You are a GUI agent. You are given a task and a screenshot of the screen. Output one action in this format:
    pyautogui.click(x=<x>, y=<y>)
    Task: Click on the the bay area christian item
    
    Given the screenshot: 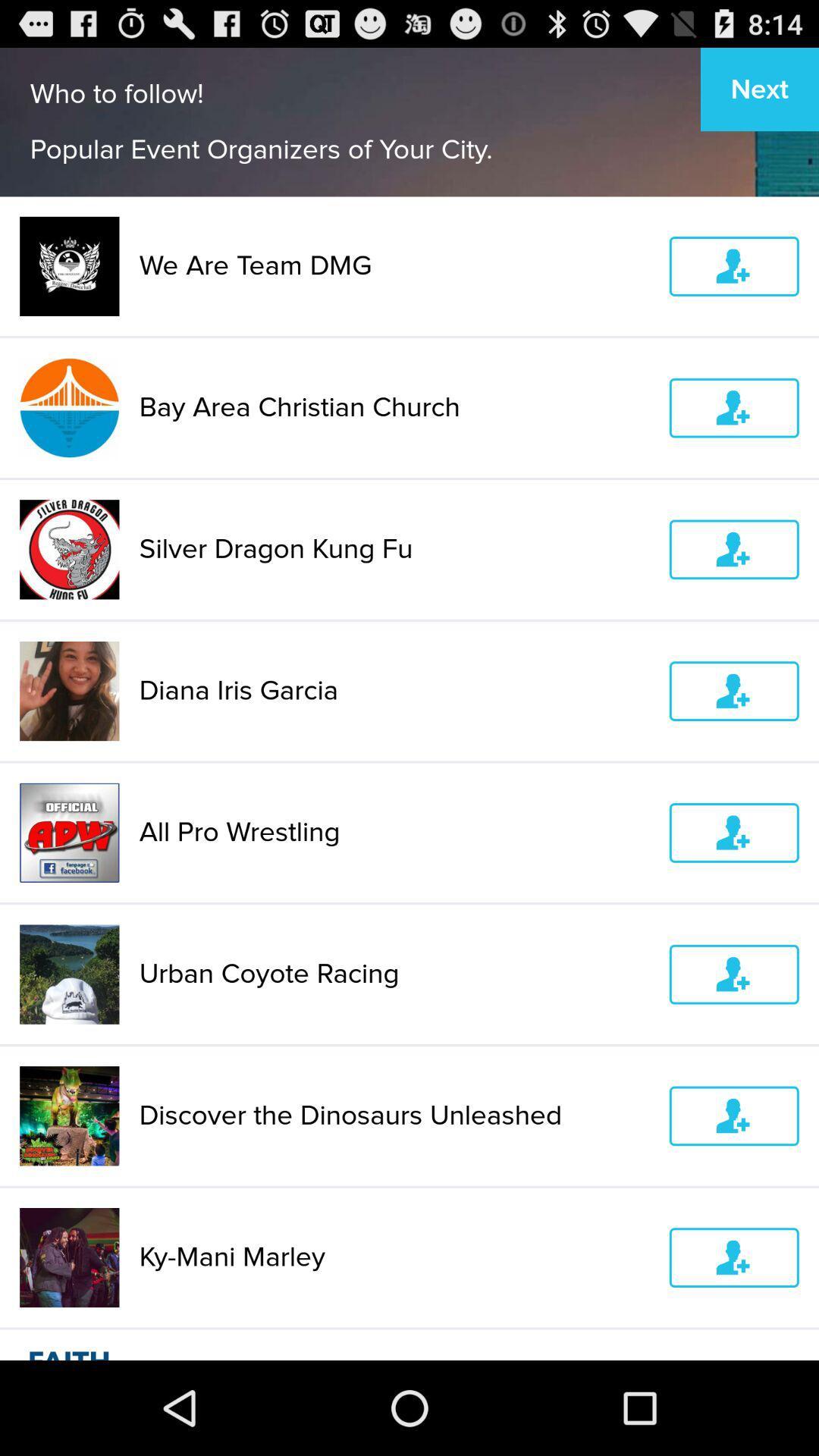 What is the action you would take?
    pyautogui.click(x=394, y=407)
    